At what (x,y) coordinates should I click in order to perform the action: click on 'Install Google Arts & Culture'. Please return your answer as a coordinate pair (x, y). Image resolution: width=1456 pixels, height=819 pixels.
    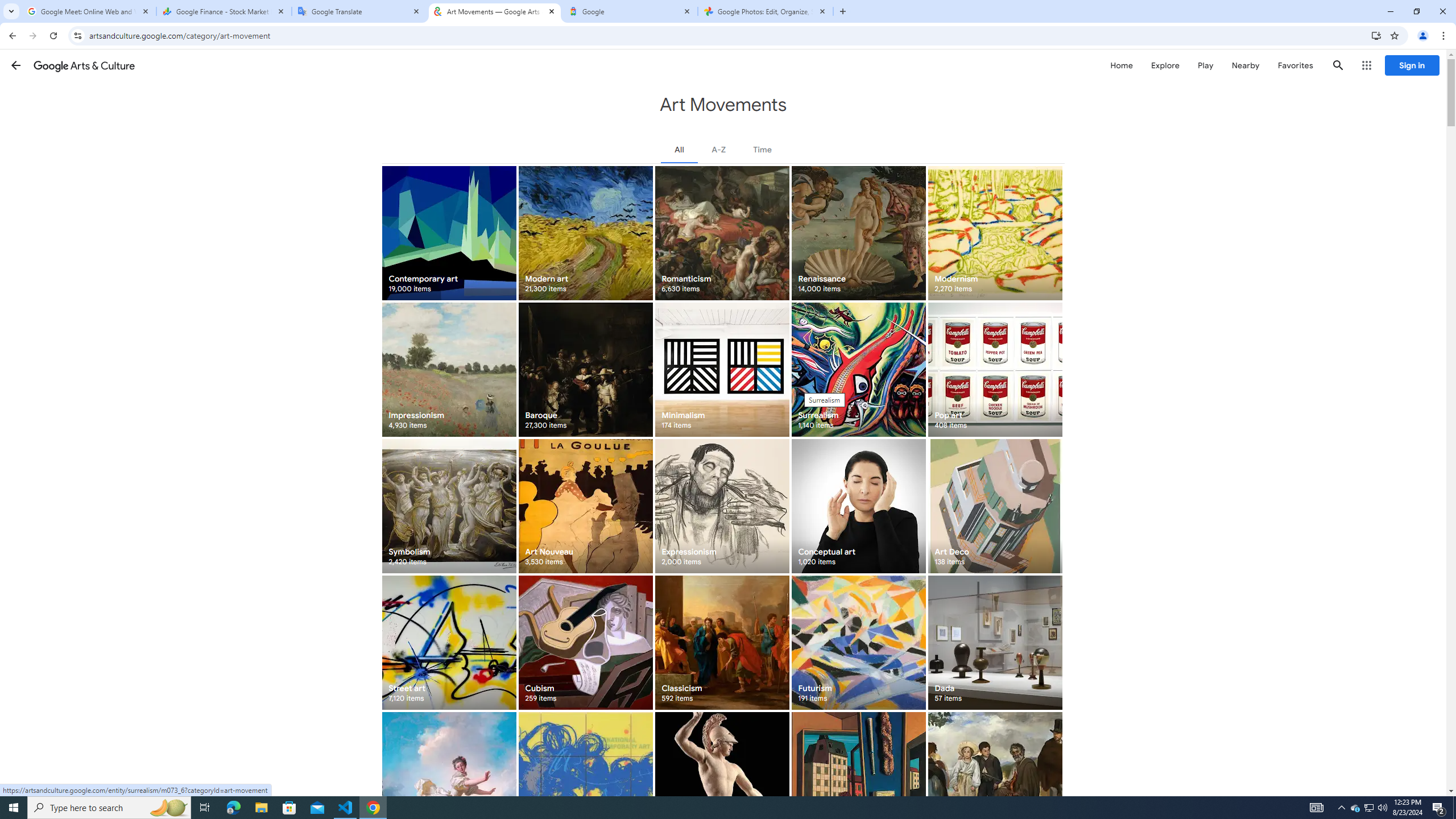
    Looking at the image, I should click on (1376, 35).